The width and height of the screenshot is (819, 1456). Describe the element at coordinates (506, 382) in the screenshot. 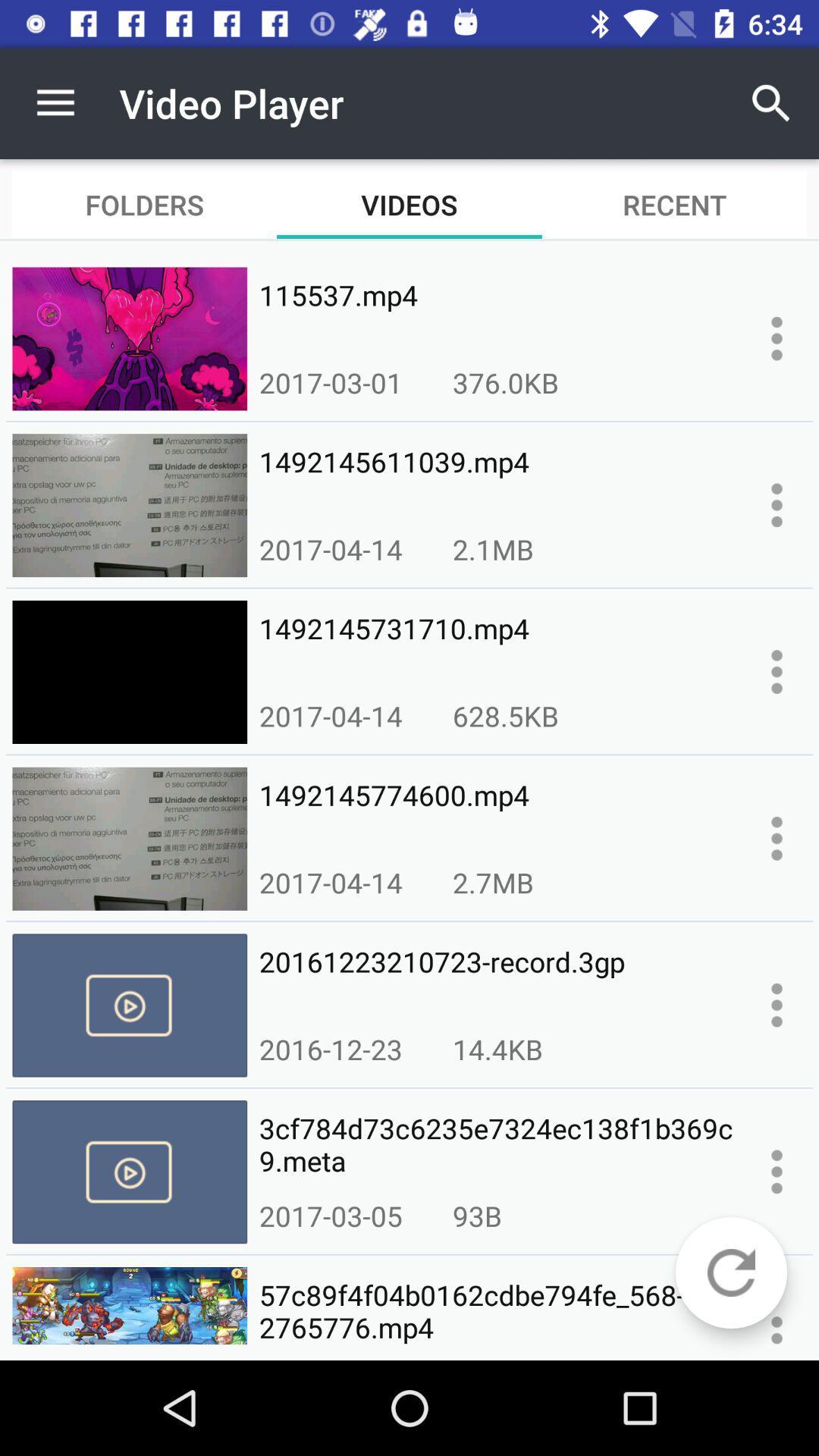

I see `the icon below the 115537.mp4 icon` at that location.